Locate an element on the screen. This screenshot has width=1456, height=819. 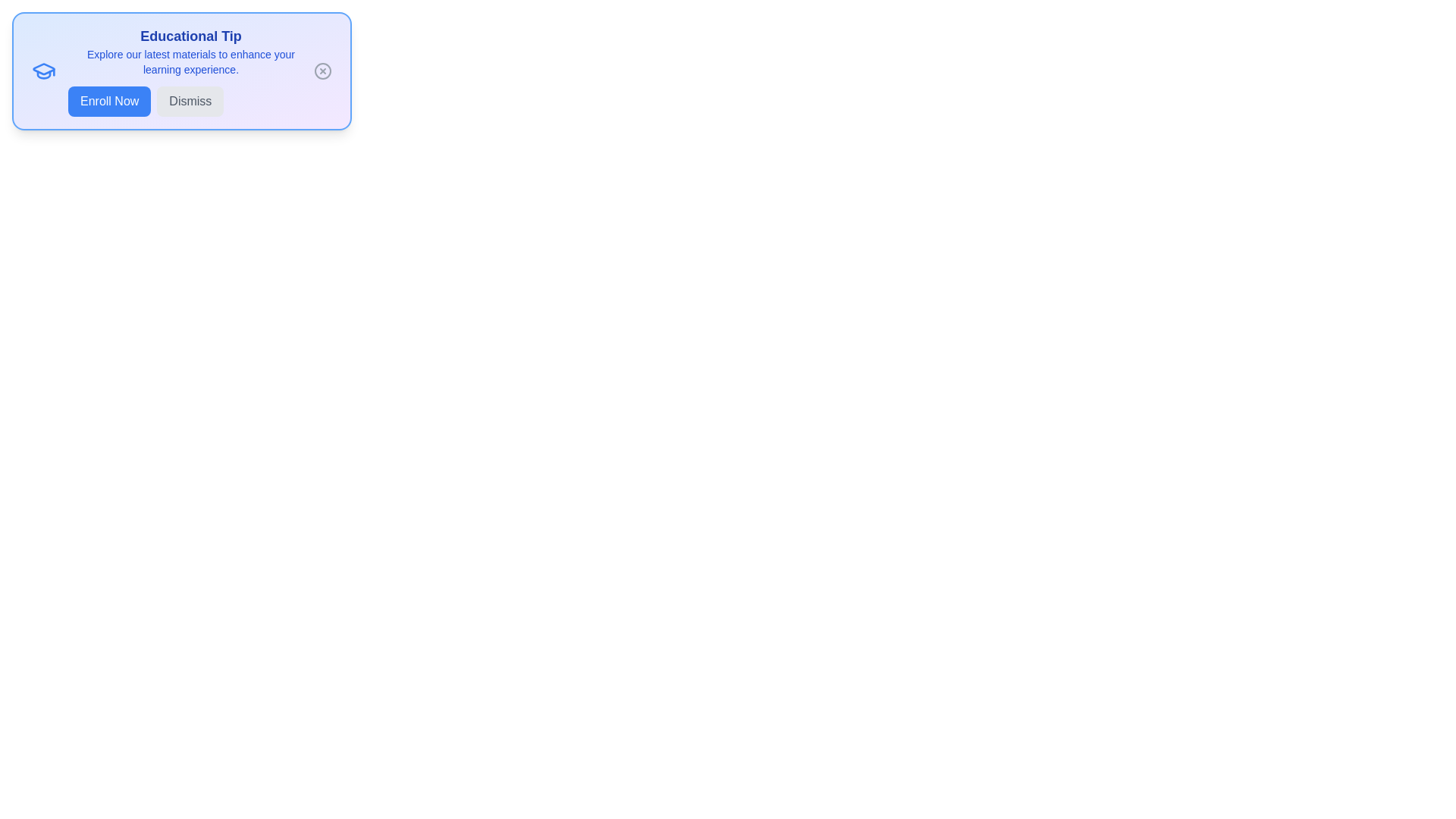
the 'Close' icon to close the alert is located at coordinates (322, 71).